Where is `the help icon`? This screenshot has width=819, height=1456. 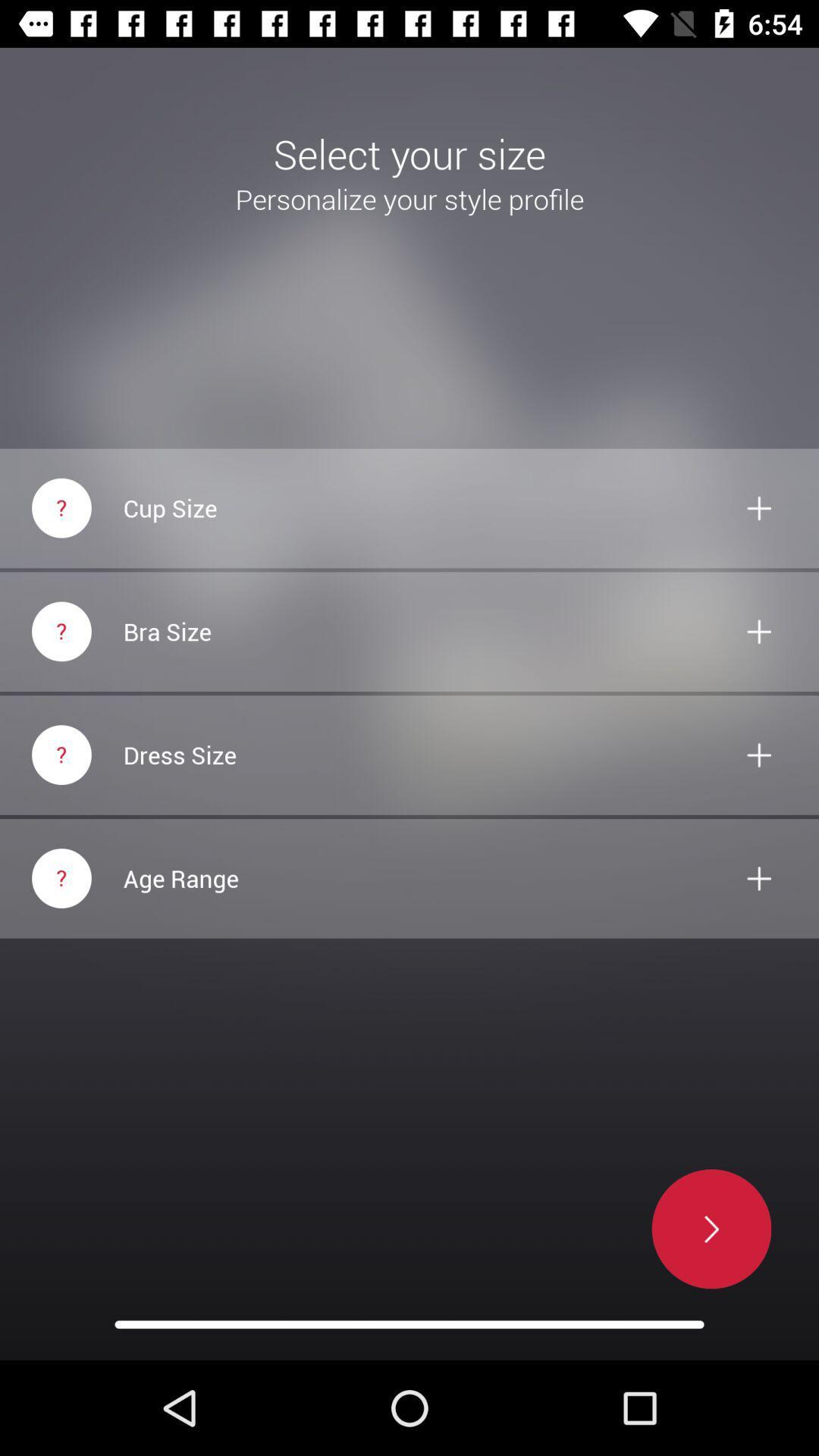
the help icon is located at coordinates (61, 755).